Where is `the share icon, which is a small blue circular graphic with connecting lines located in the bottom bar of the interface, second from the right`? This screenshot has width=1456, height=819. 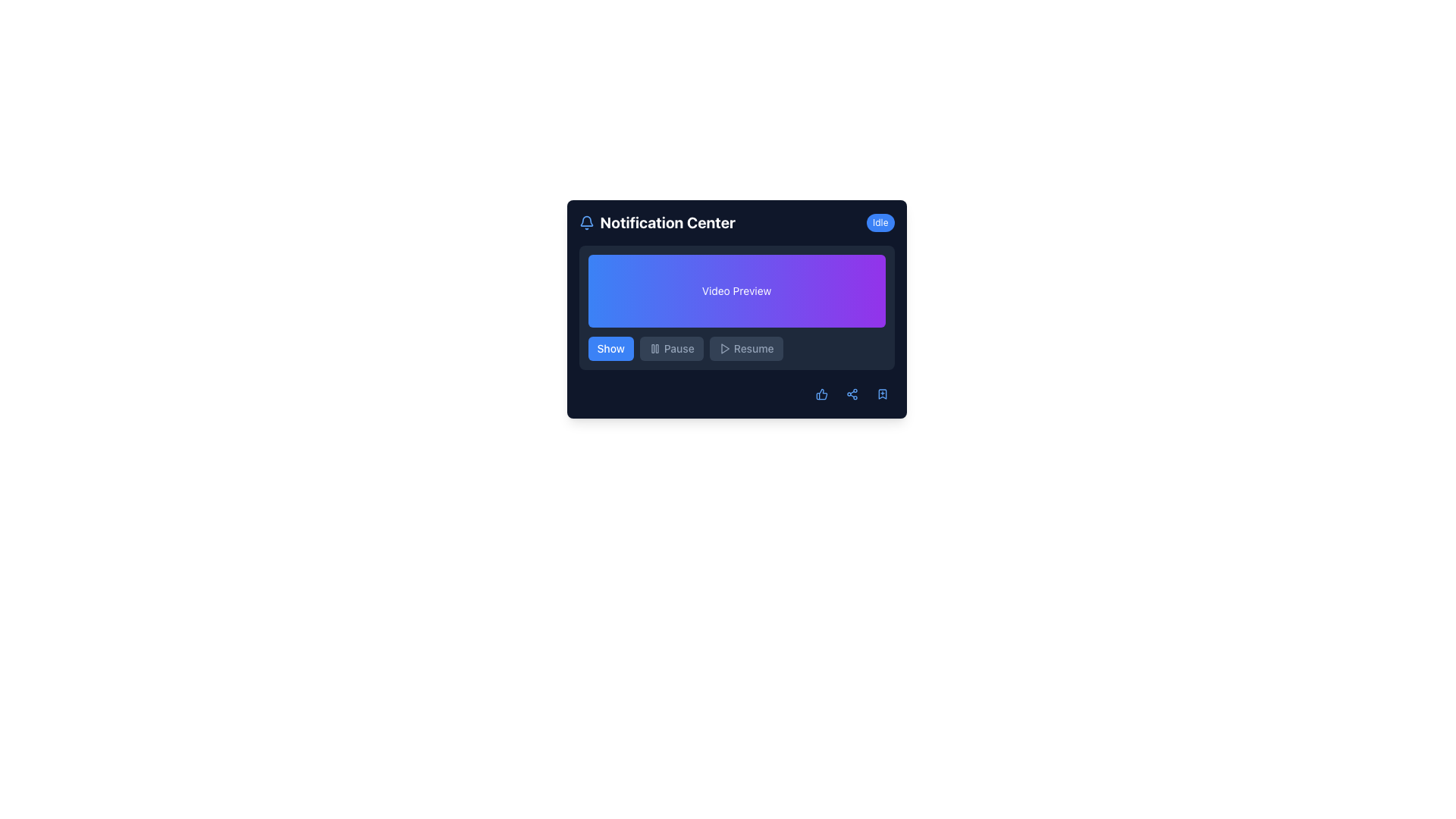
the share icon, which is a small blue circular graphic with connecting lines located in the bottom bar of the interface, second from the right is located at coordinates (852, 394).